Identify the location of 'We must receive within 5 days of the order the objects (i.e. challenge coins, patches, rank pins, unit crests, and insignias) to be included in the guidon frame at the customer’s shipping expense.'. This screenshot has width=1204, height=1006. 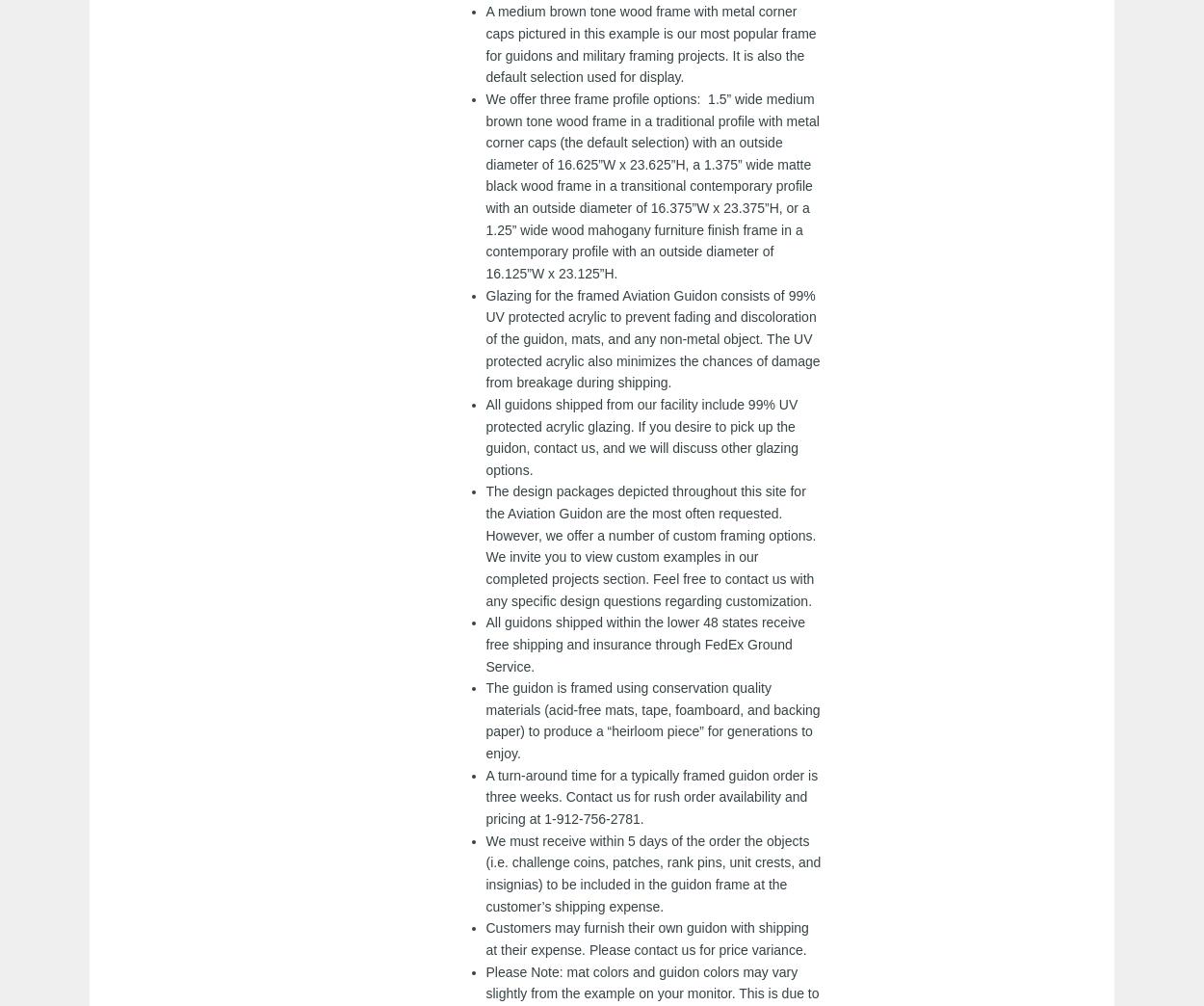
(653, 872).